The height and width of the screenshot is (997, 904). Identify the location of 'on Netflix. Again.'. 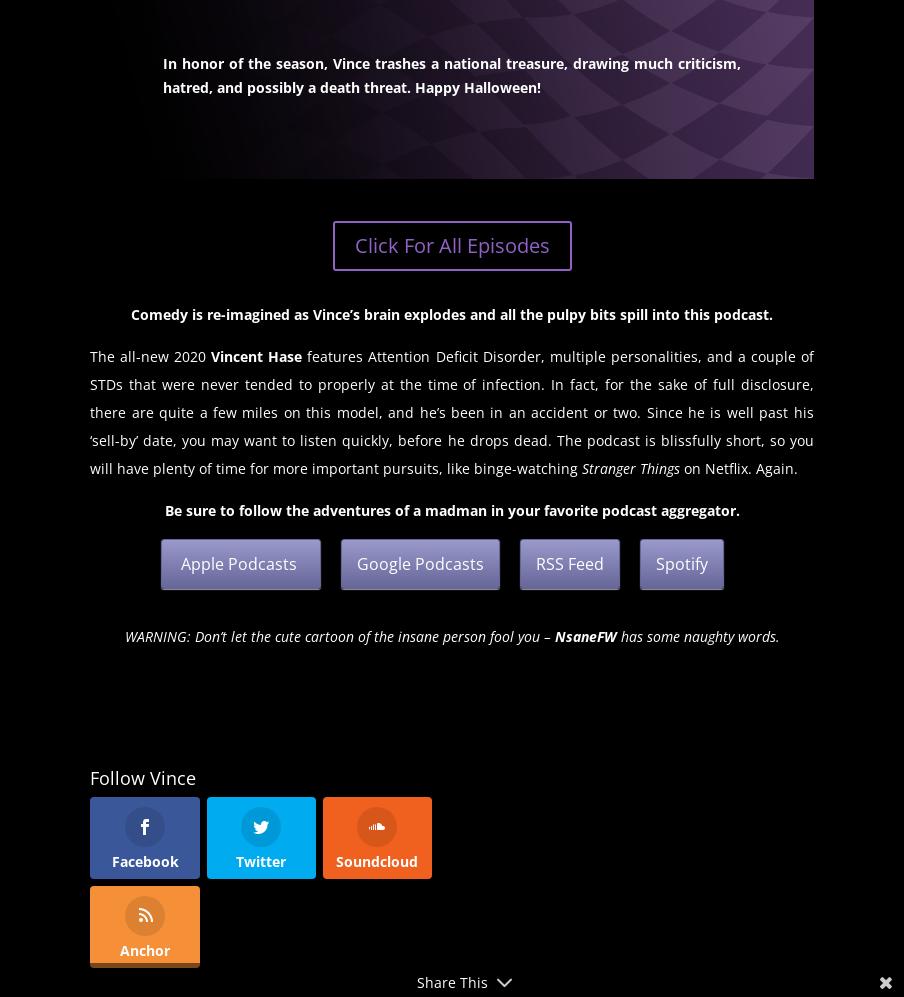
(739, 468).